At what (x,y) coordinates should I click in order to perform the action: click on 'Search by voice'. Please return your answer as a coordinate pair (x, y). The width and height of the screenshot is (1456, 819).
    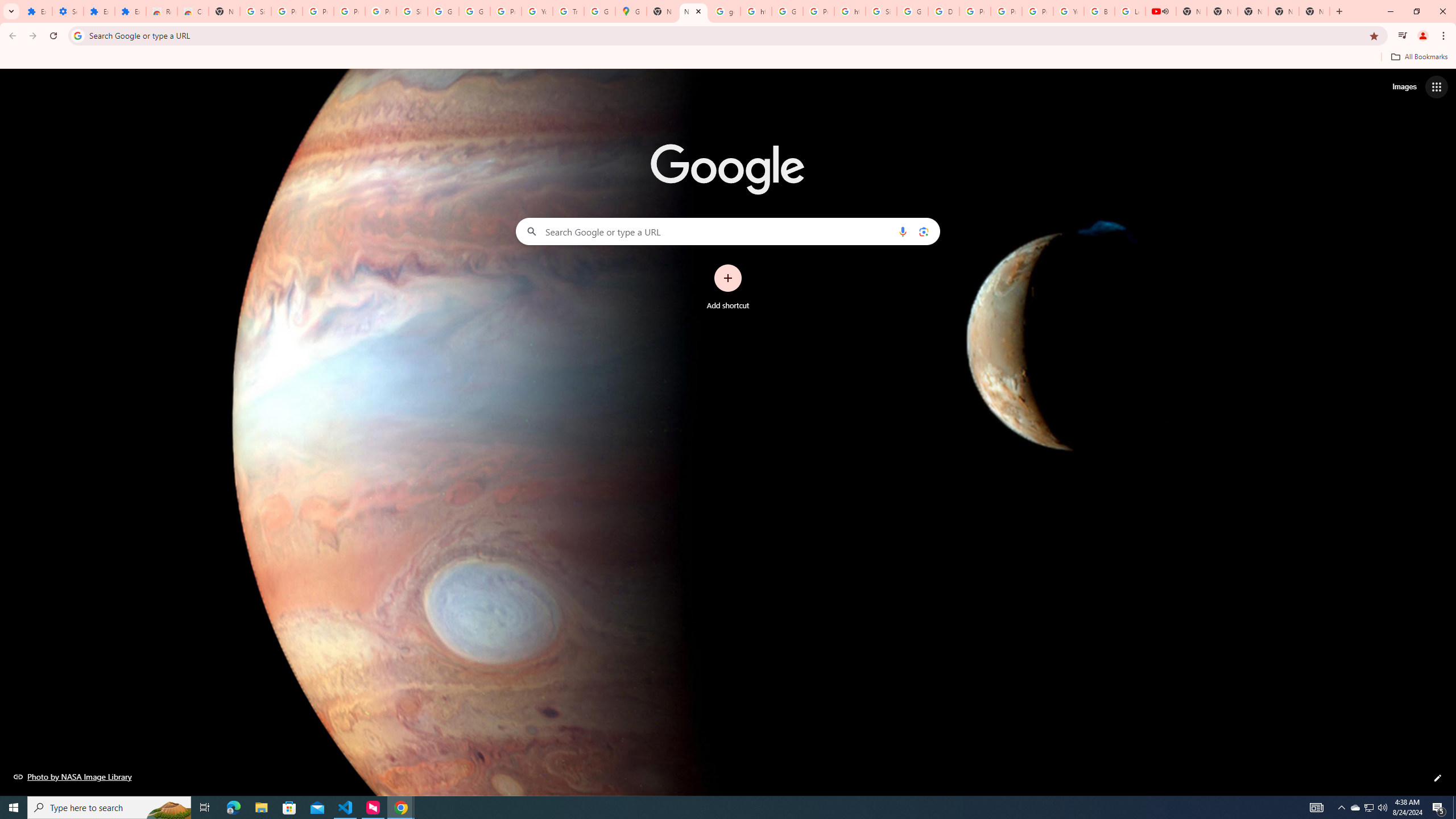
    Looking at the image, I should click on (902, 230).